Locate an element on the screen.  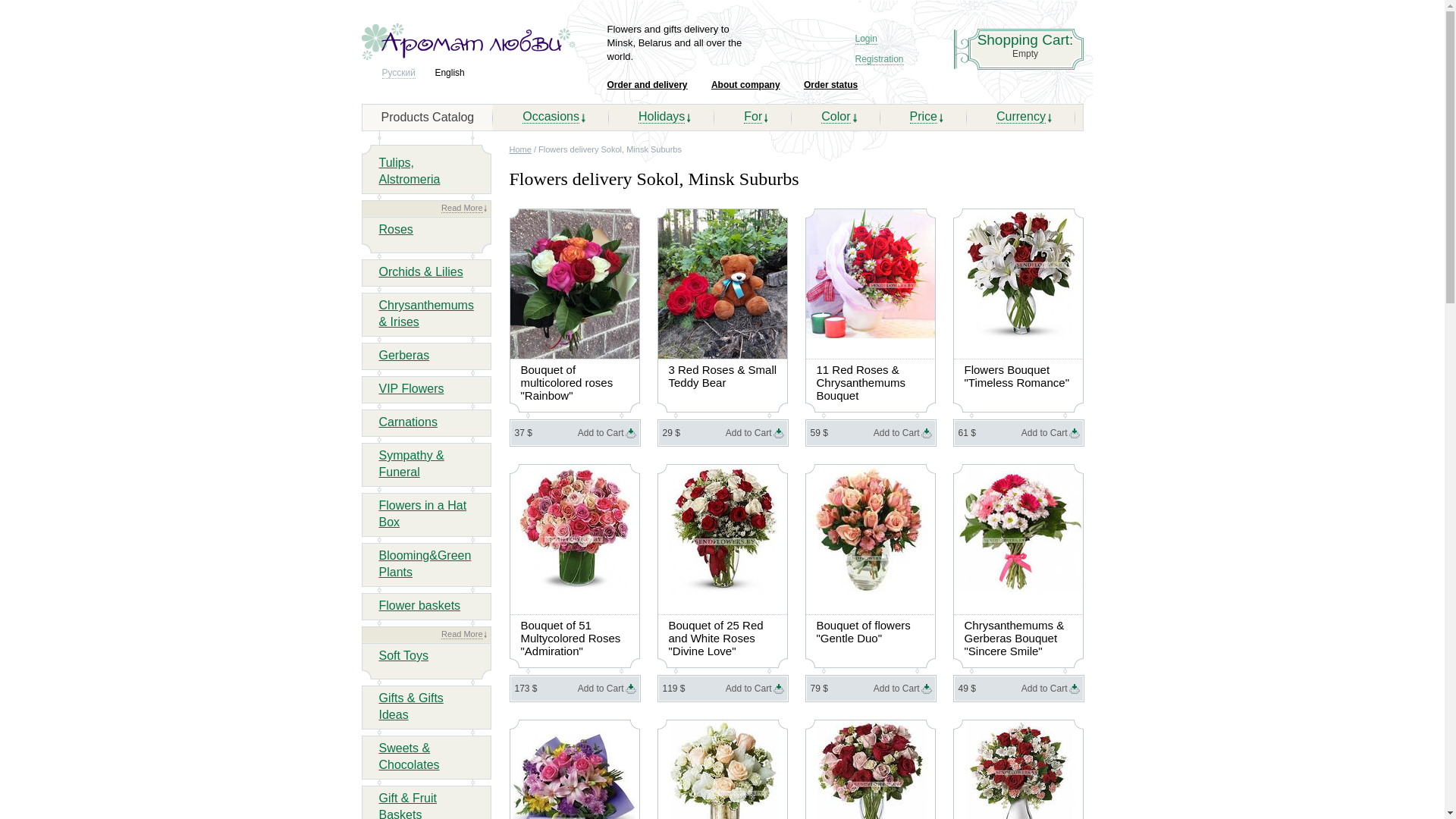
'Add to Cart is located at coordinates (1018, 432).